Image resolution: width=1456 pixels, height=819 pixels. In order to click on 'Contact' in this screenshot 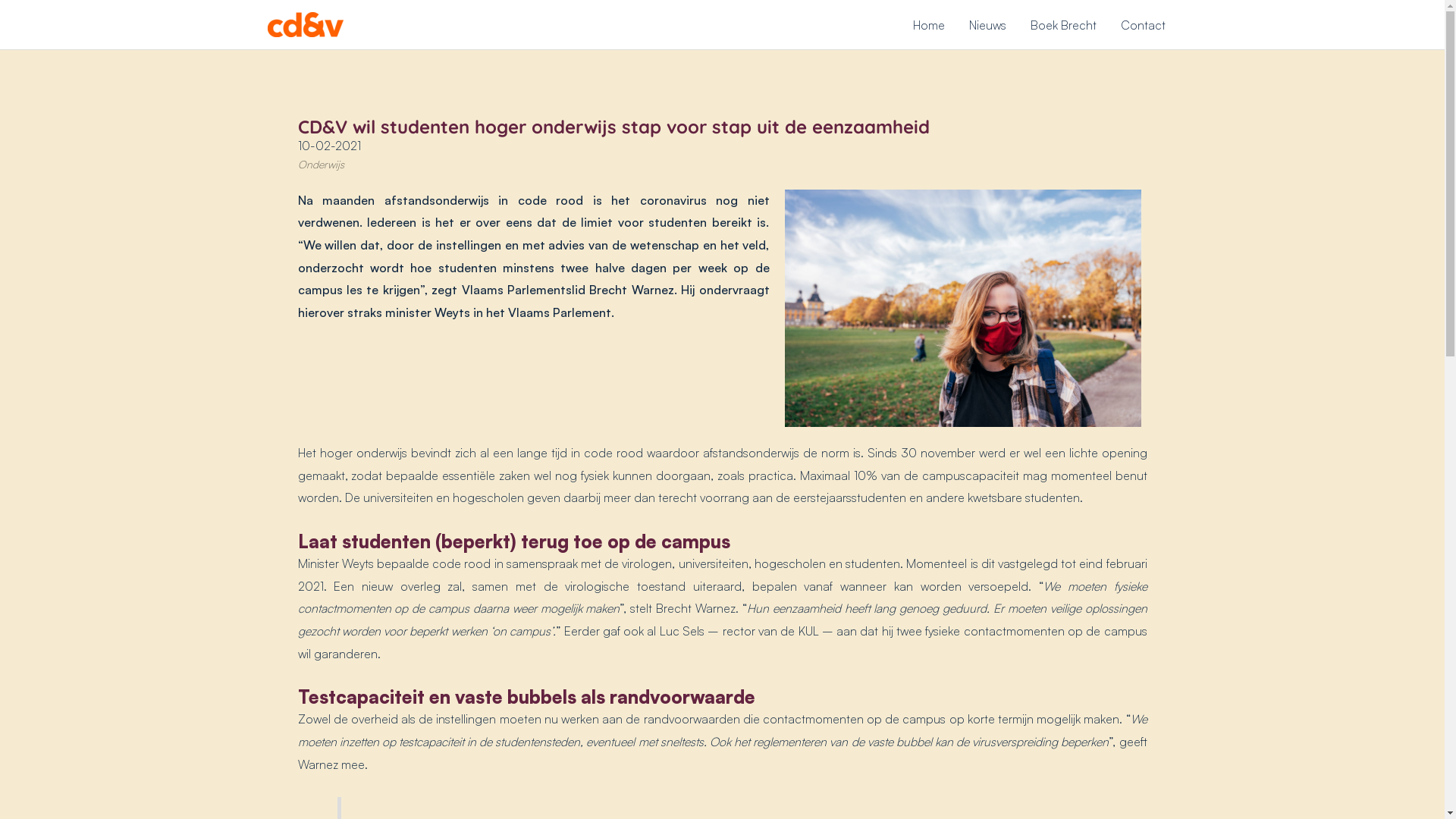, I will do `click(1143, 24)`.